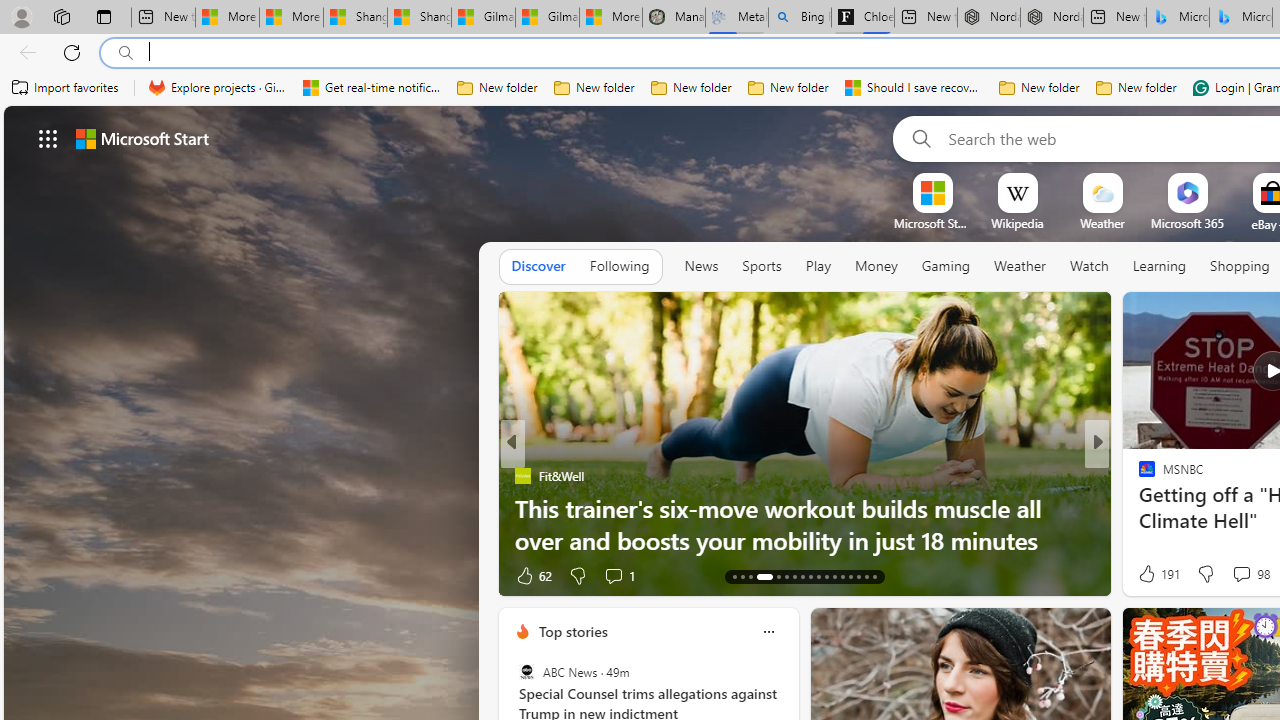 This screenshot has width=1280, height=720. Describe the element at coordinates (1017, 223) in the screenshot. I see `'Wikipedia'` at that location.